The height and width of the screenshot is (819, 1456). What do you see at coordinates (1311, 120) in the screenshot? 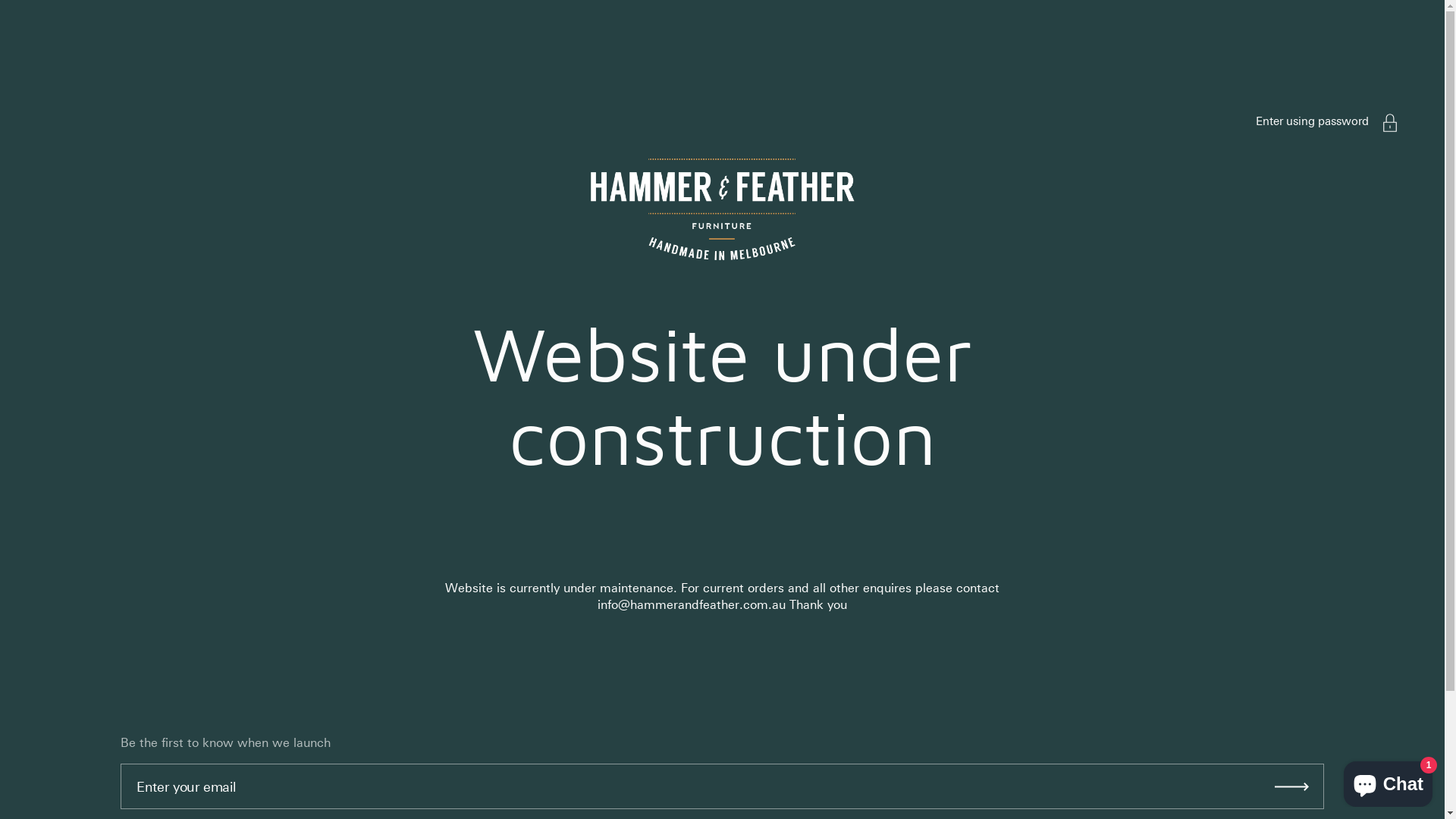
I see `'Enter using password'` at bounding box center [1311, 120].